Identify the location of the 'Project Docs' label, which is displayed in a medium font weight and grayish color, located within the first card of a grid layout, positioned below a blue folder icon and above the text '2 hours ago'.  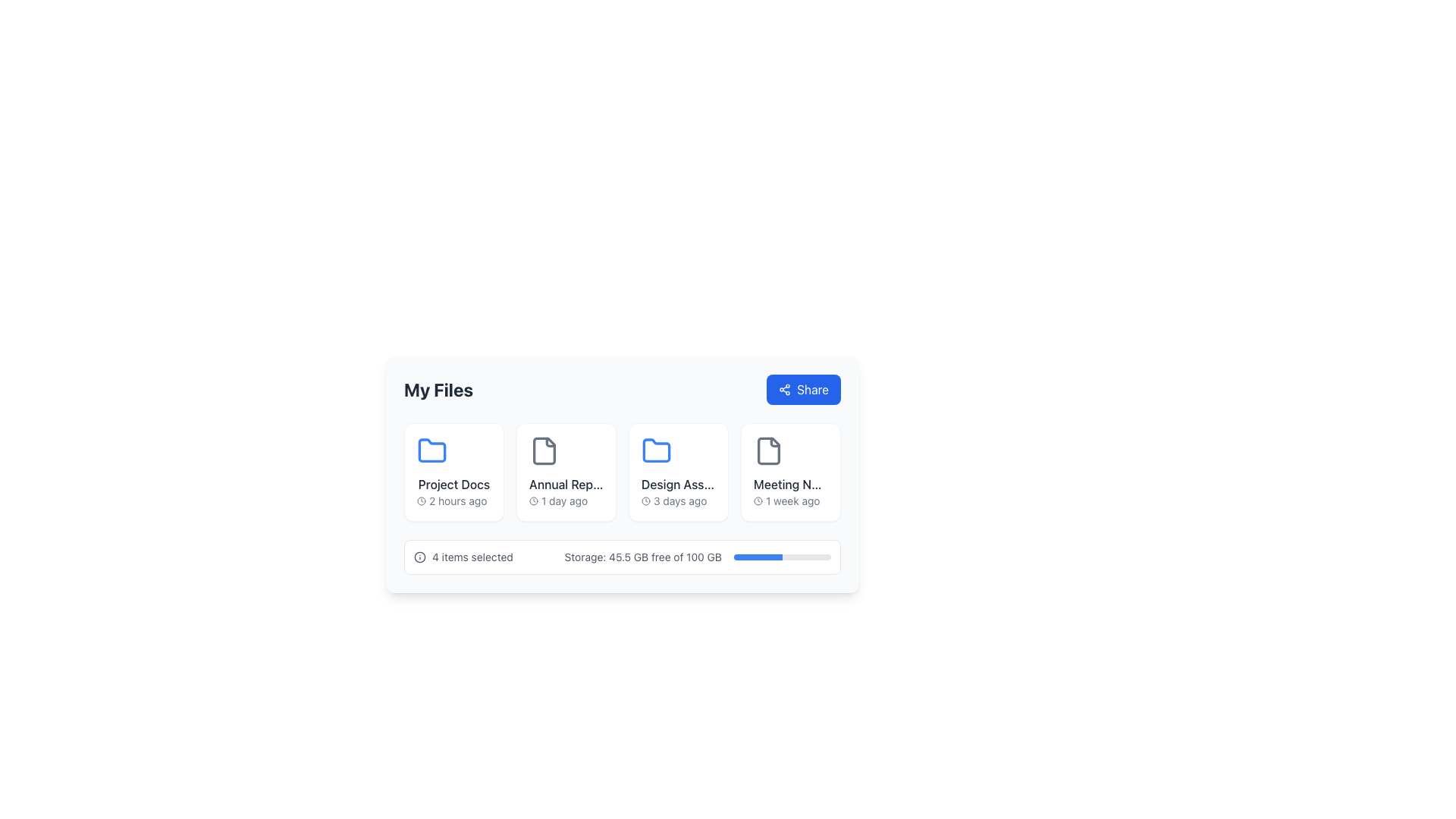
(453, 485).